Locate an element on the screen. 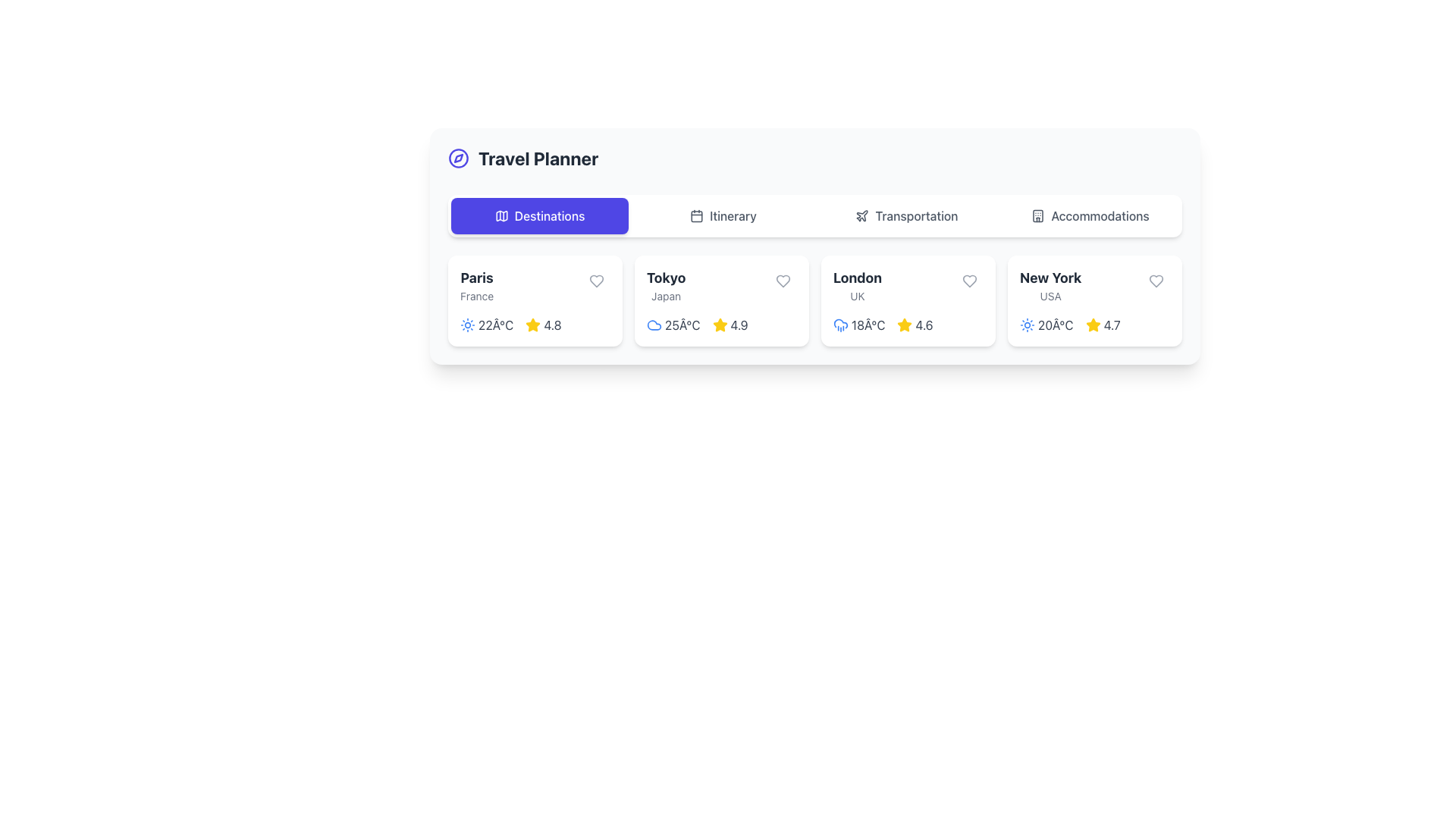  text displayed in the temperature label for the Paris destination, which is located next to a sun icon and a rating display is located at coordinates (496, 324).